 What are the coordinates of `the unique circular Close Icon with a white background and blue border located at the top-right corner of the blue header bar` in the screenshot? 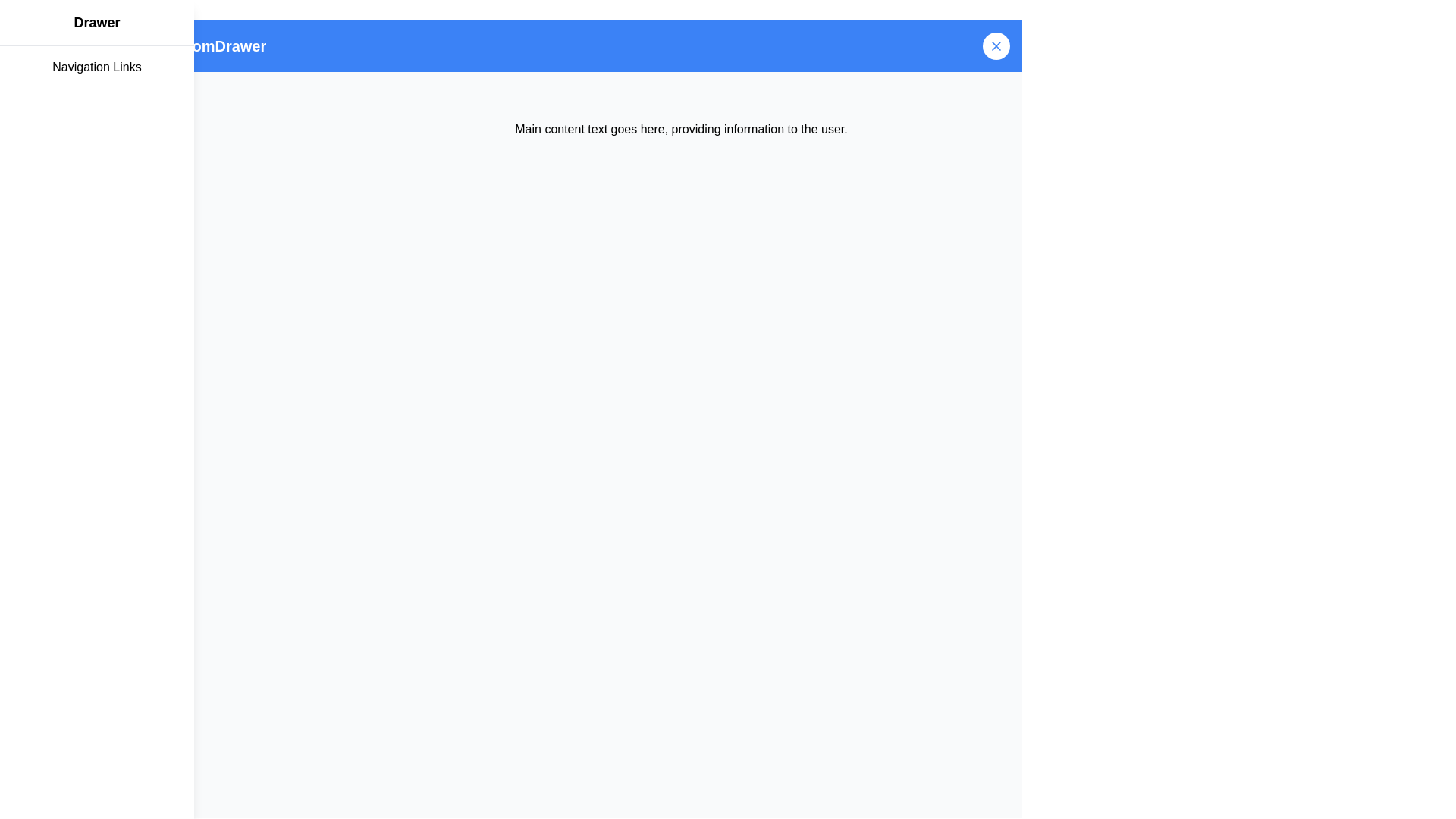 It's located at (996, 45).